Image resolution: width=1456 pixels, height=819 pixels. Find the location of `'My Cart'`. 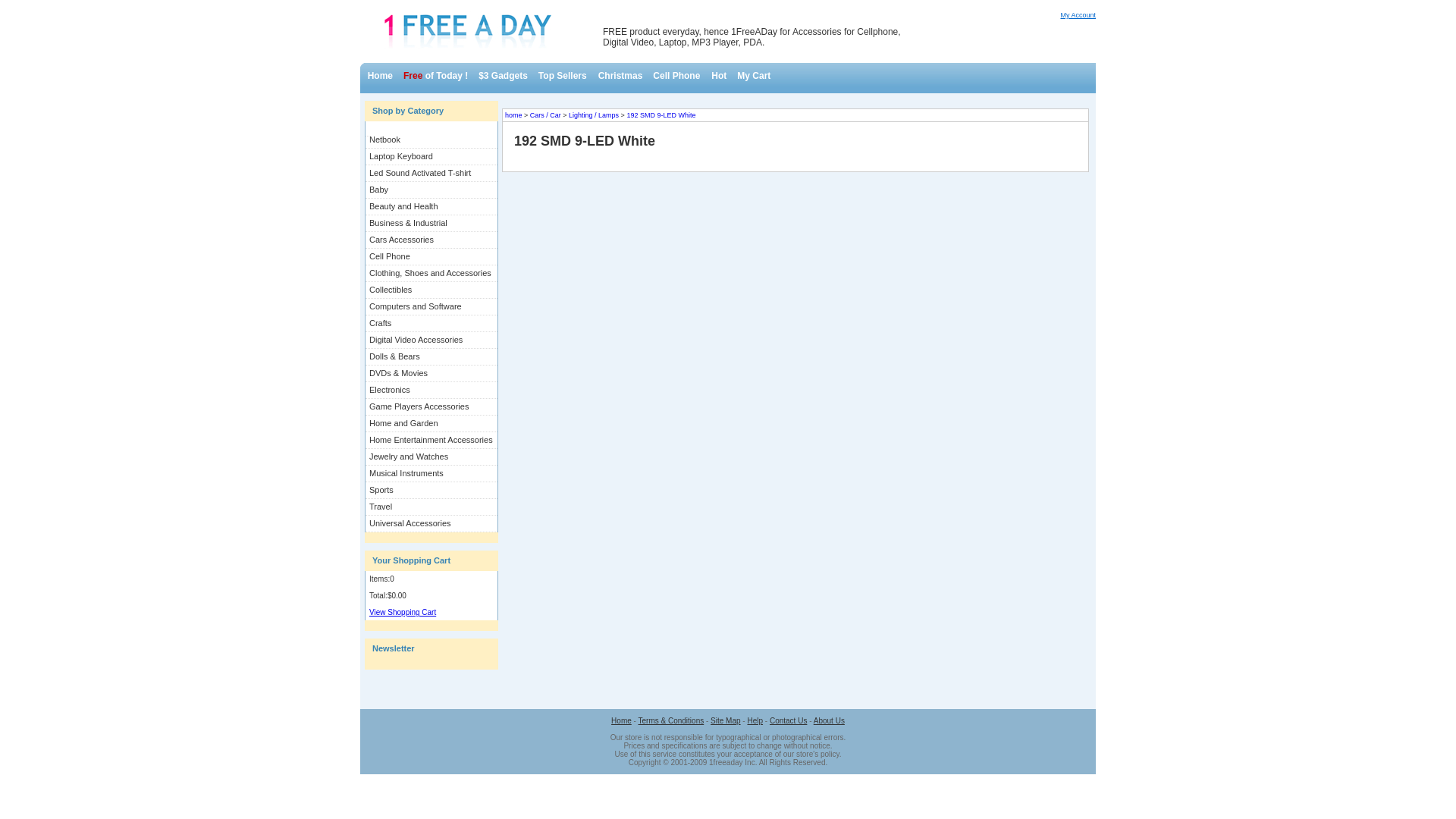

'My Cart' is located at coordinates (753, 76).